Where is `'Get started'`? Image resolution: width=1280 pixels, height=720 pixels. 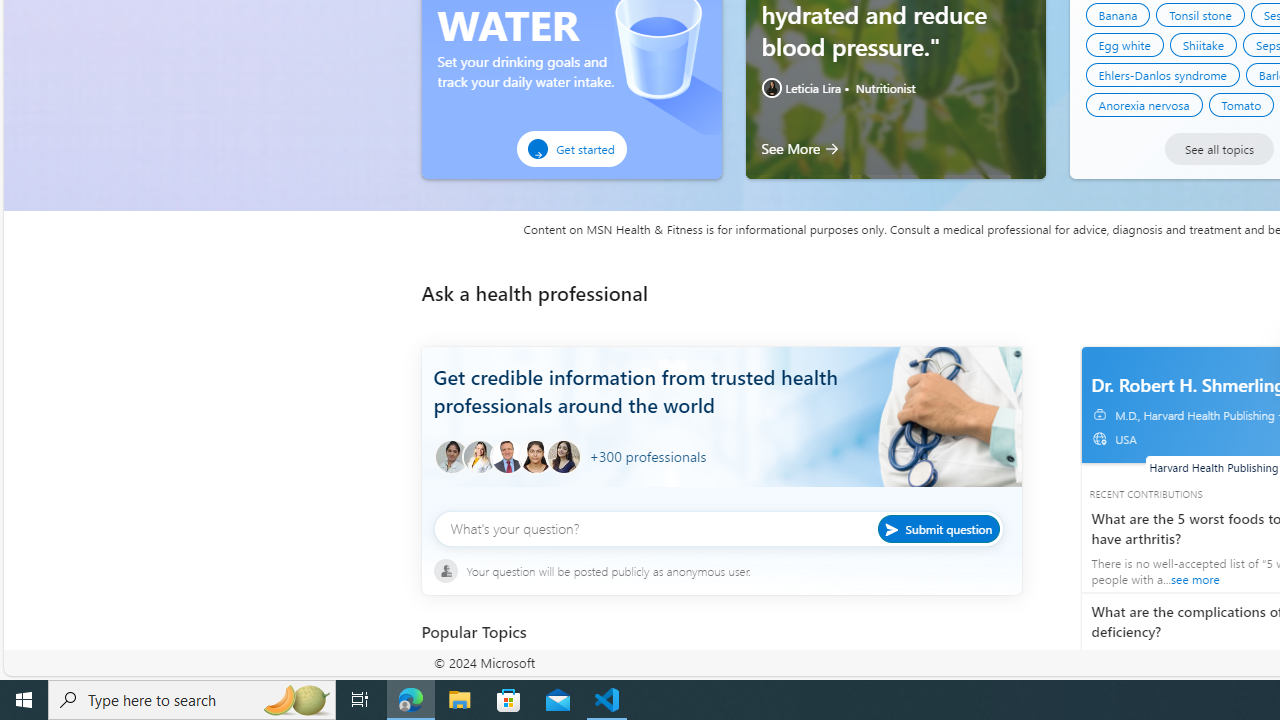 'Get started' is located at coordinates (570, 148).